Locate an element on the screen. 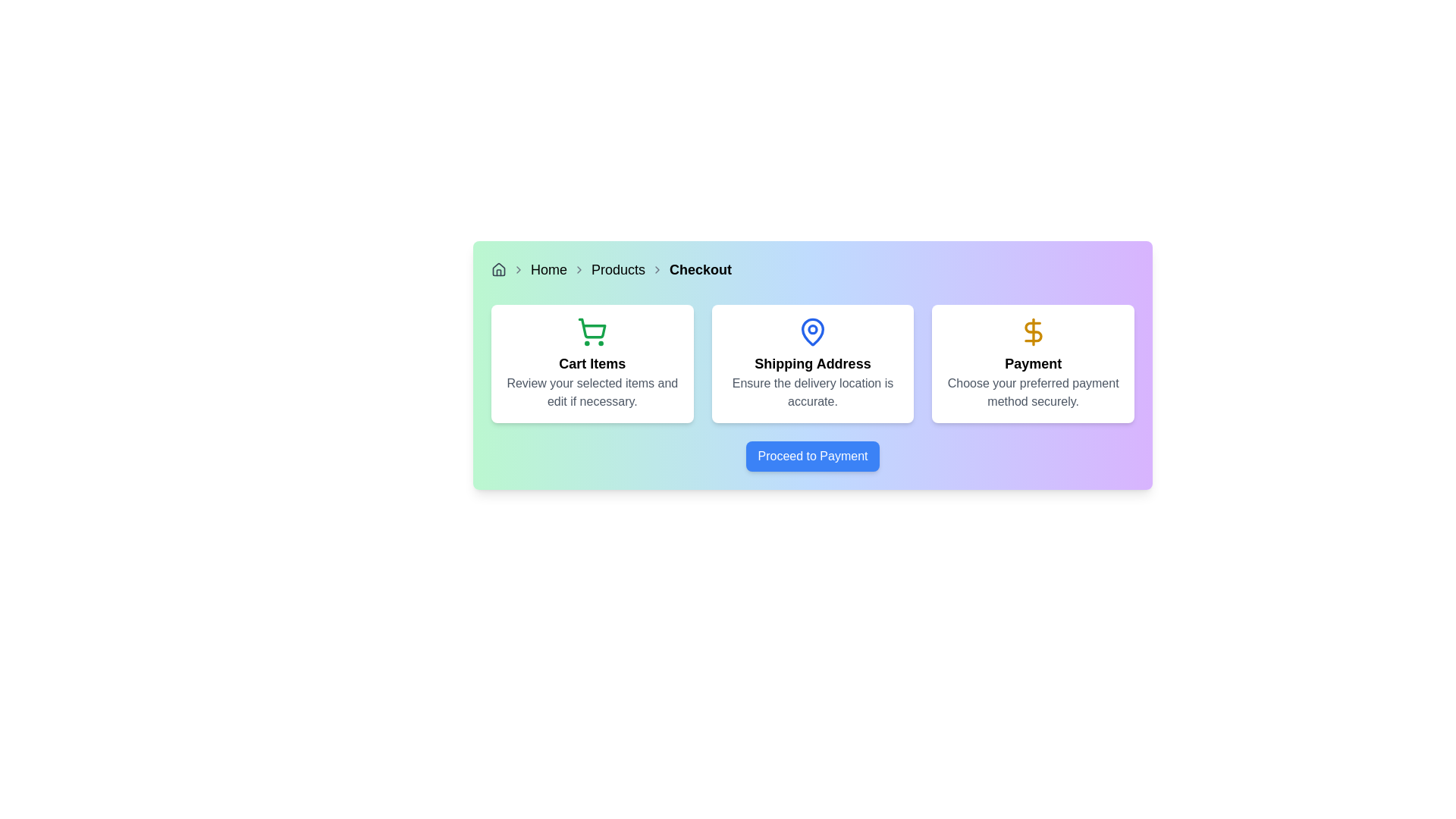 This screenshot has width=1456, height=819. the design of the larger house outline icon located at the top-left corner of the breadcrumb navigation bar, which indicates a link to the home page is located at coordinates (498, 268).